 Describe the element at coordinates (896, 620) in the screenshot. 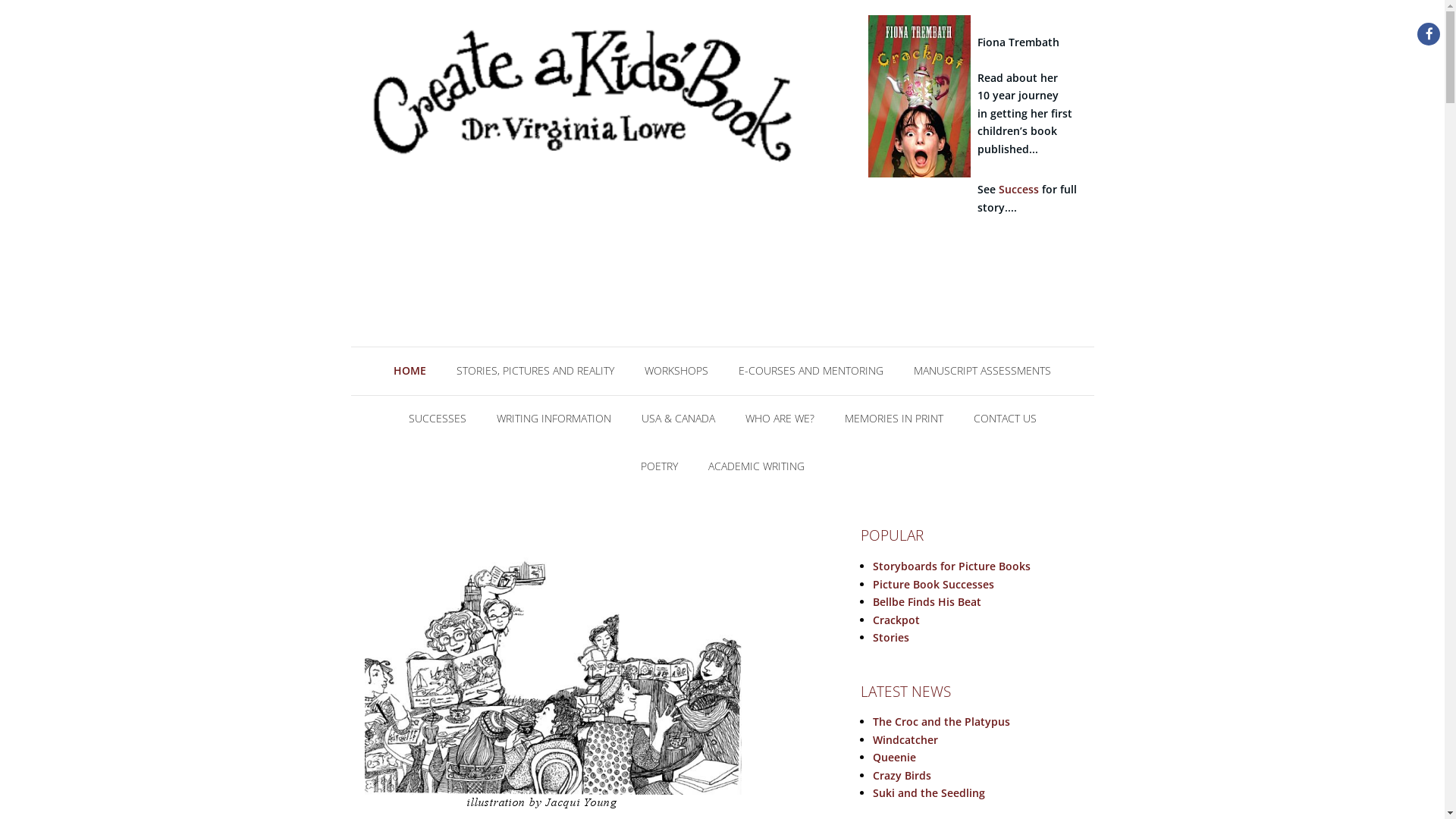

I see `'Crackpot'` at that location.